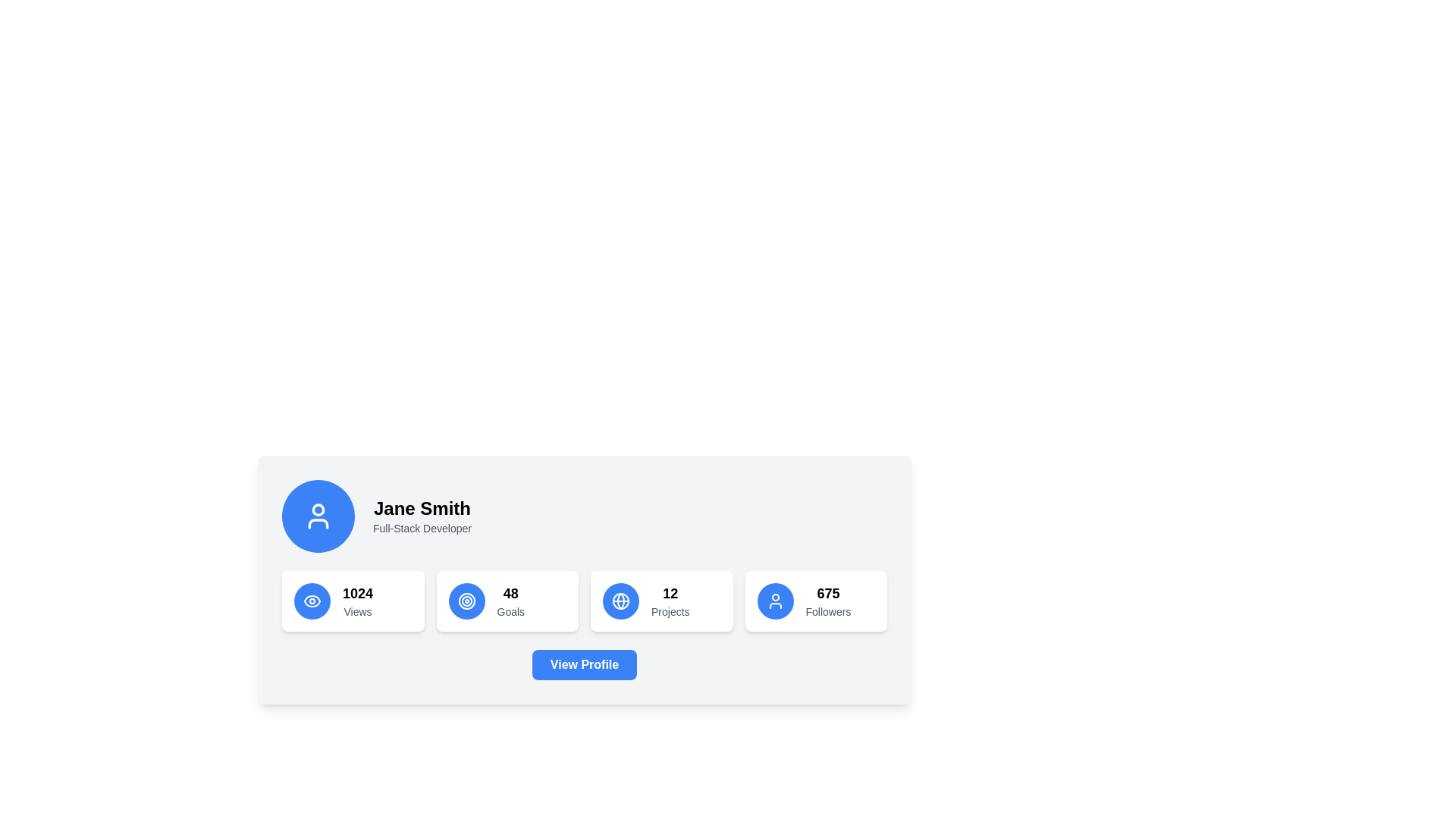 The height and width of the screenshot is (819, 1456). Describe the element at coordinates (510, 601) in the screenshot. I see `the '48 Goals' text in the Statistical Display` at that location.